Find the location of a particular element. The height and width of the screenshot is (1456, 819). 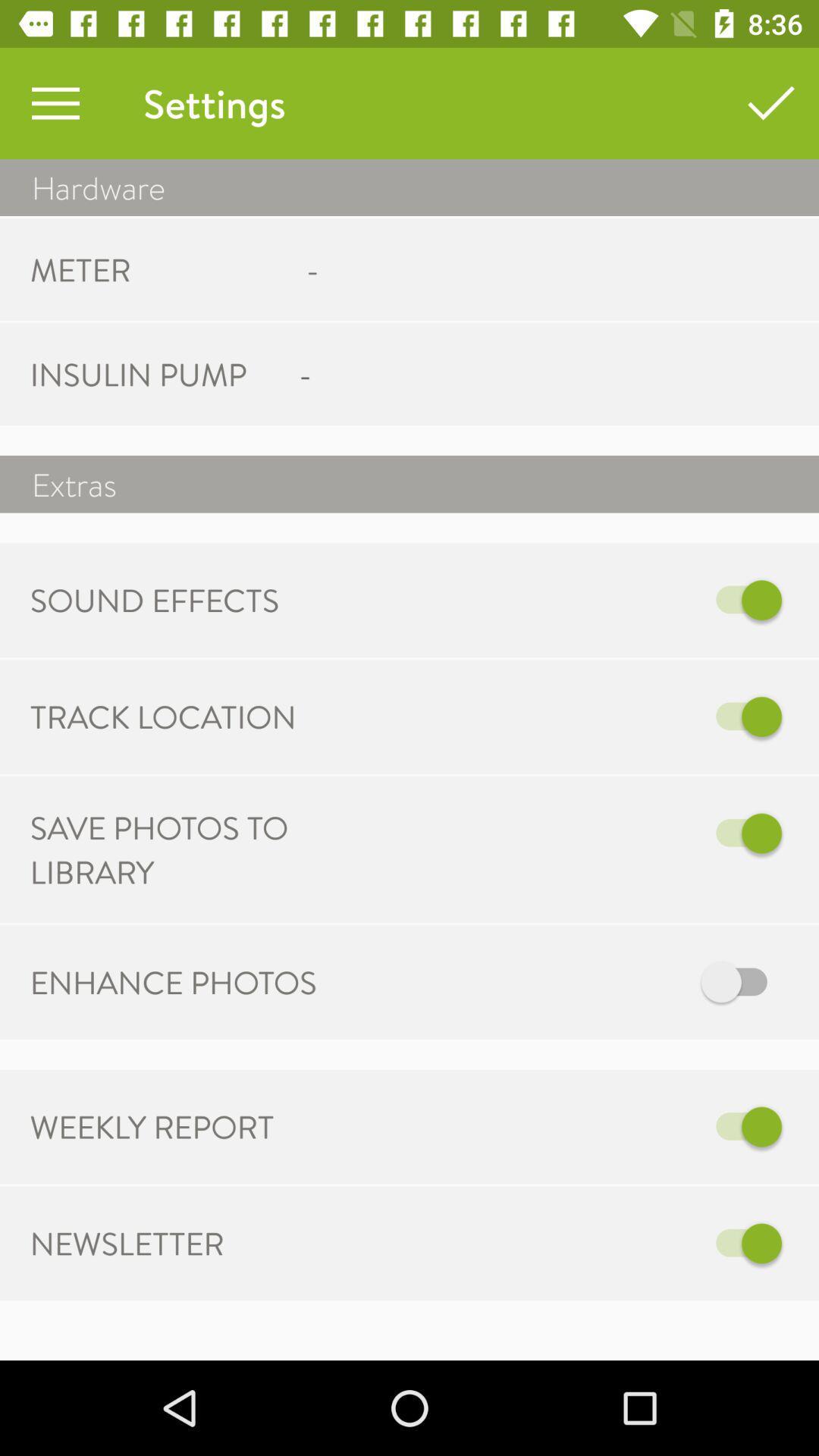

the item to the right of the save photos to item is located at coordinates (566, 833).